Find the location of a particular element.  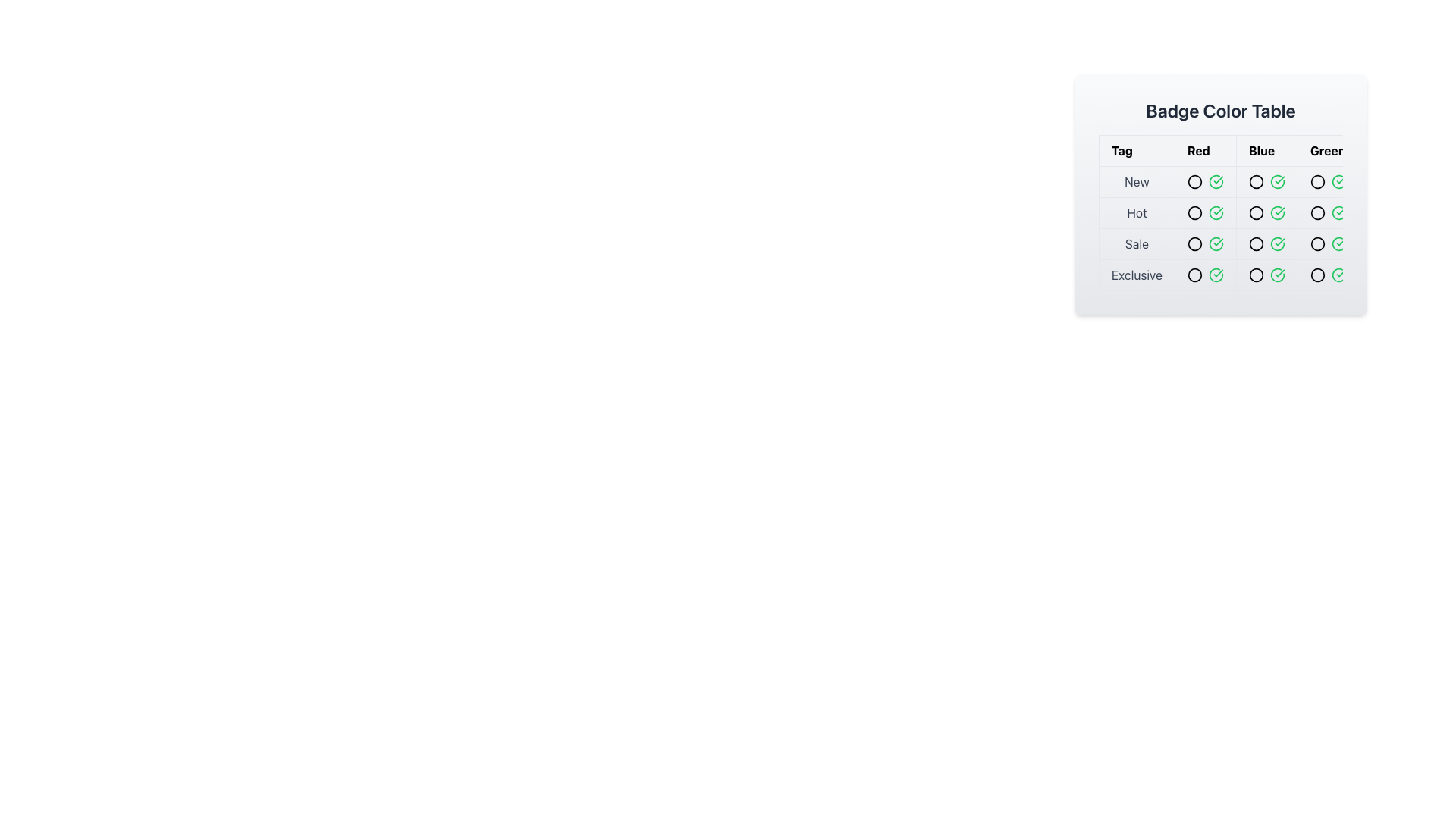

the Table Header Cell that labels the 'Blue' column, positioned between the 'Red' and 'Green' headers is located at coordinates (1266, 151).